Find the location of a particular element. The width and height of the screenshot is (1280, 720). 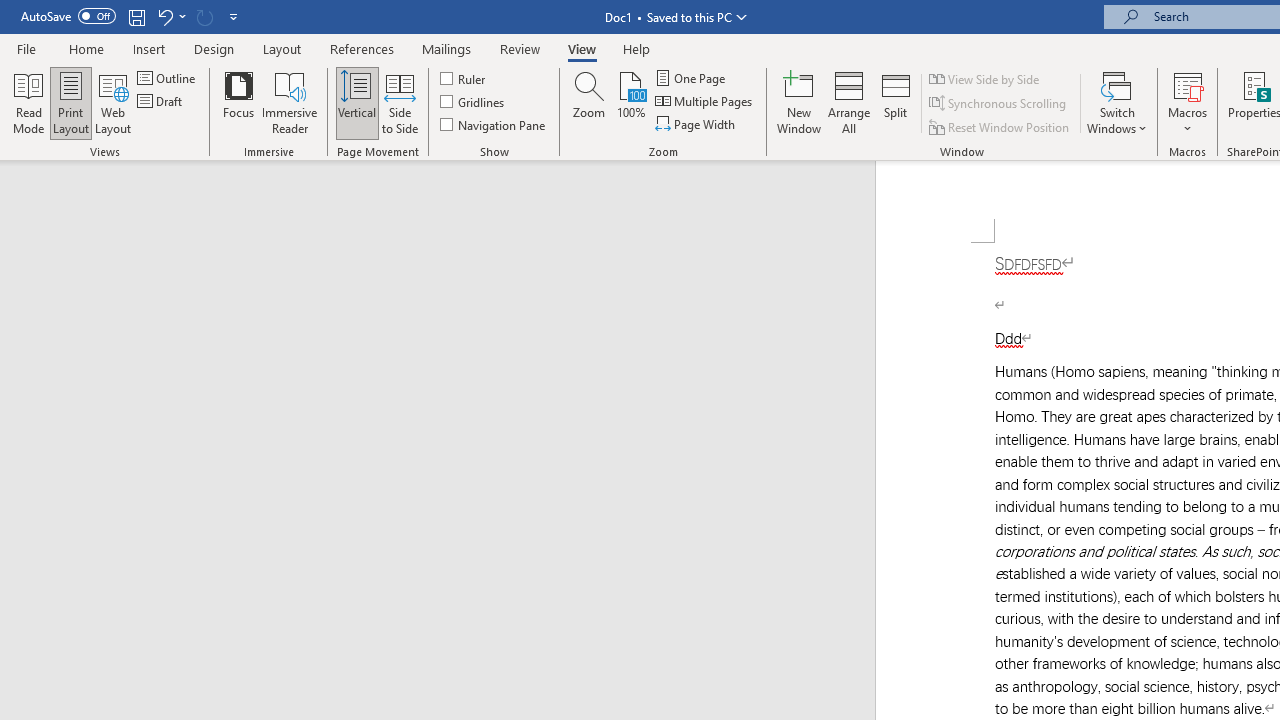

'New Window' is located at coordinates (798, 103).